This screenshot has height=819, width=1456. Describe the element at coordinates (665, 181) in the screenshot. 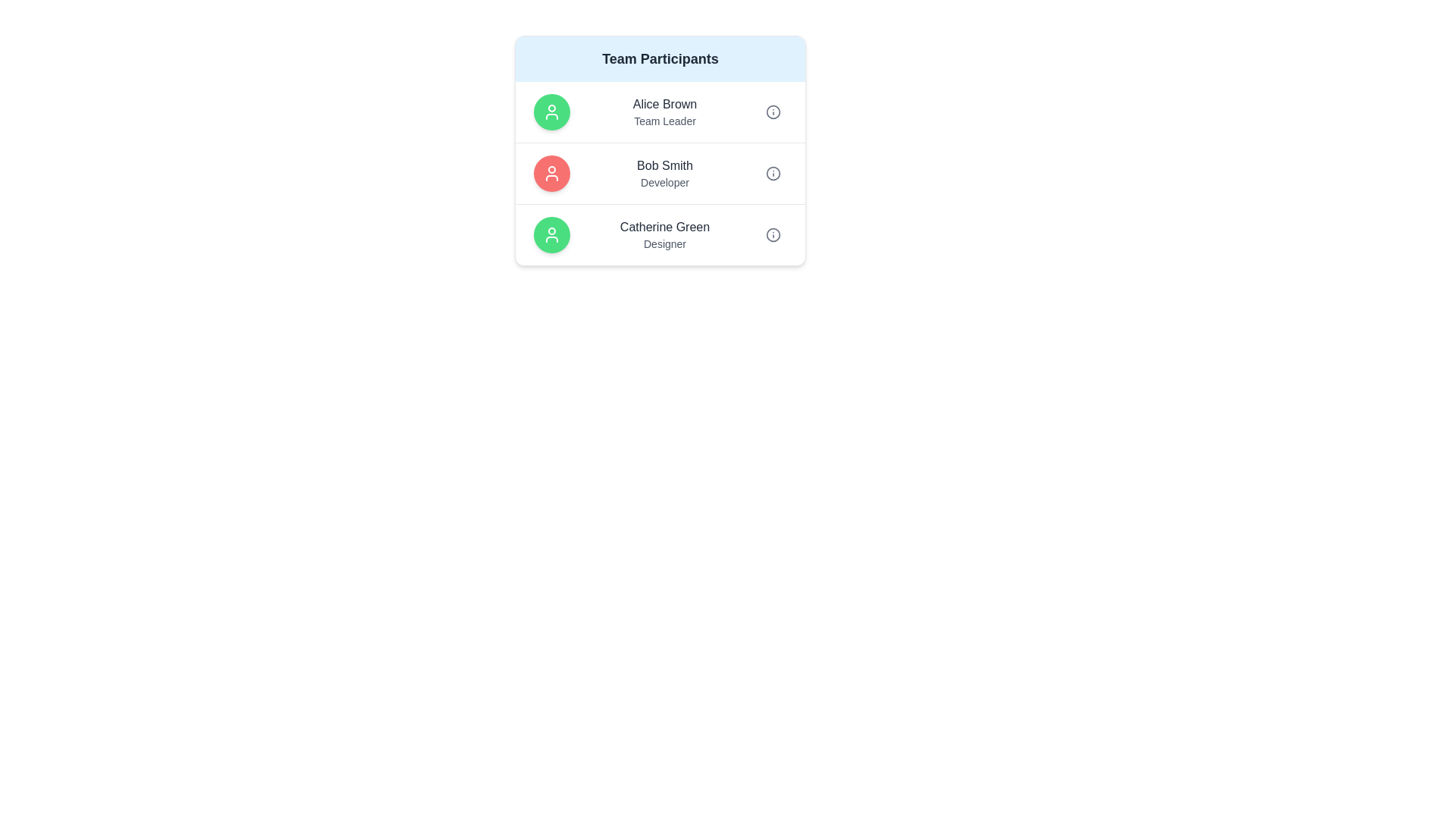

I see `the text label element displaying 'Developer', which is styled in a small, gray font and positioned directly beneath 'Bob Smith'` at that location.